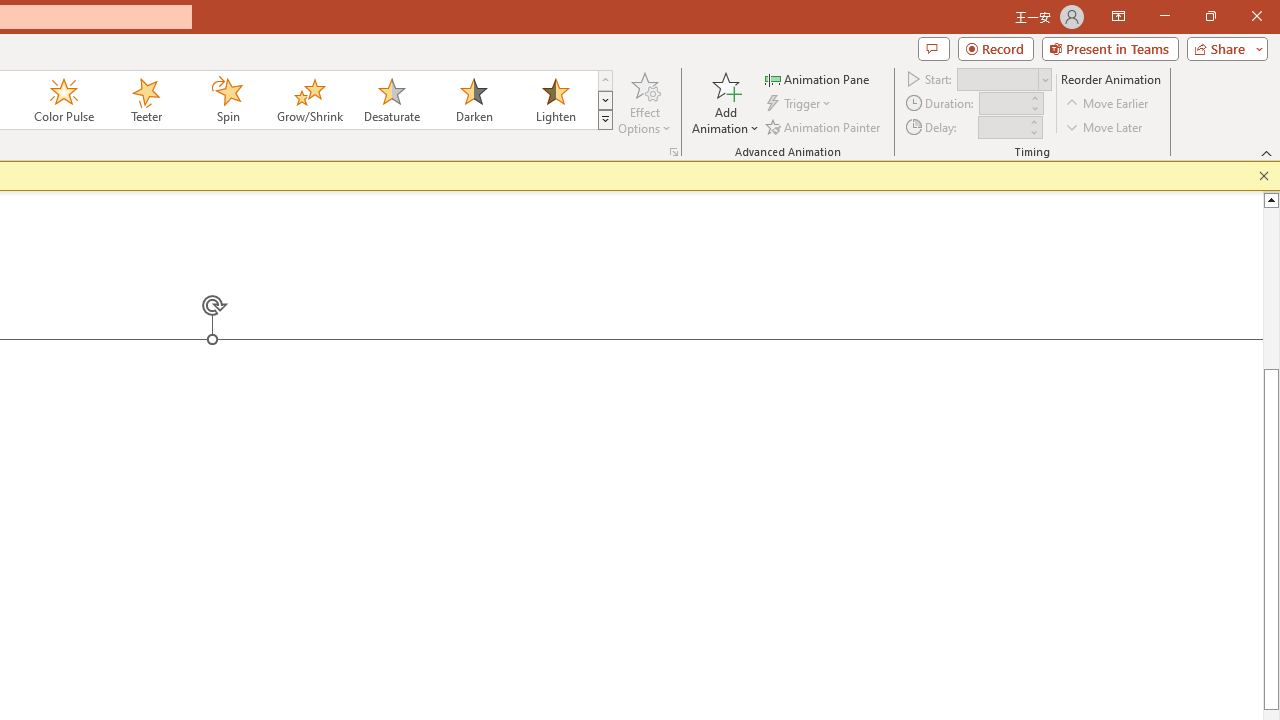  Describe the element at coordinates (308, 100) in the screenshot. I see `'Grow/Shrink'` at that location.